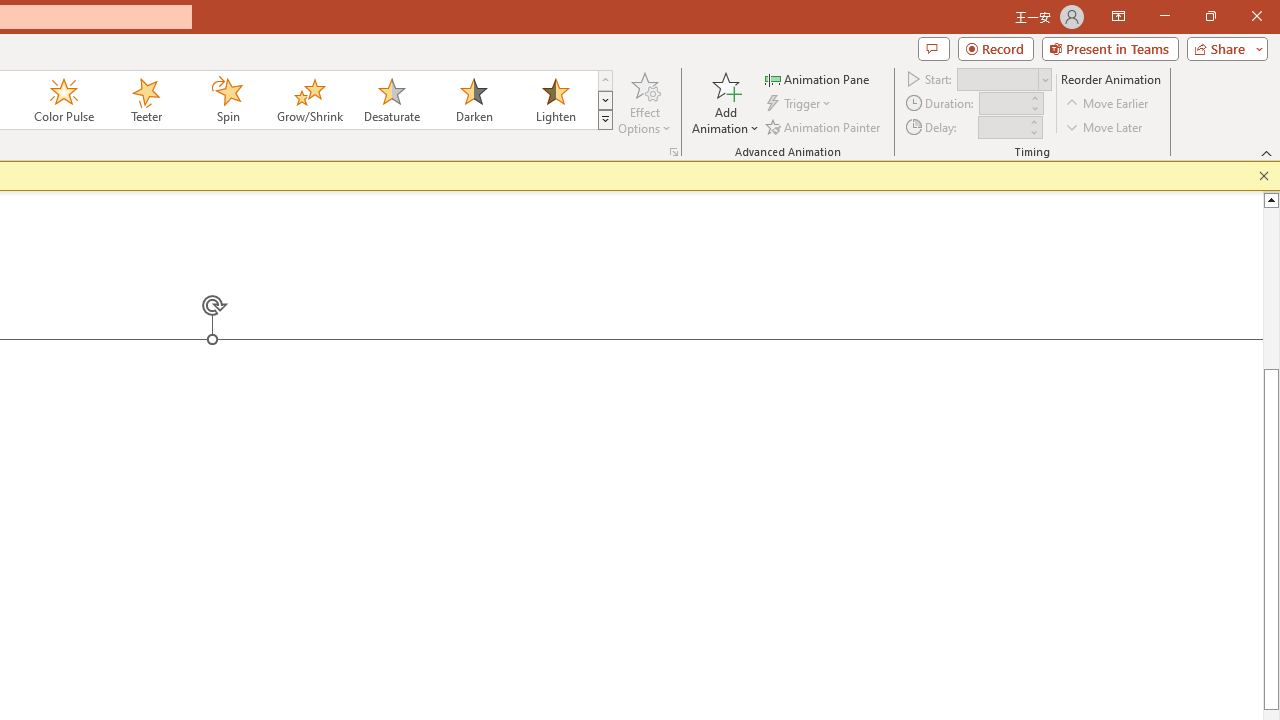  Describe the element at coordinates (308, 100) in the screenshot. I see `'Grow/Shrink'` at that location.